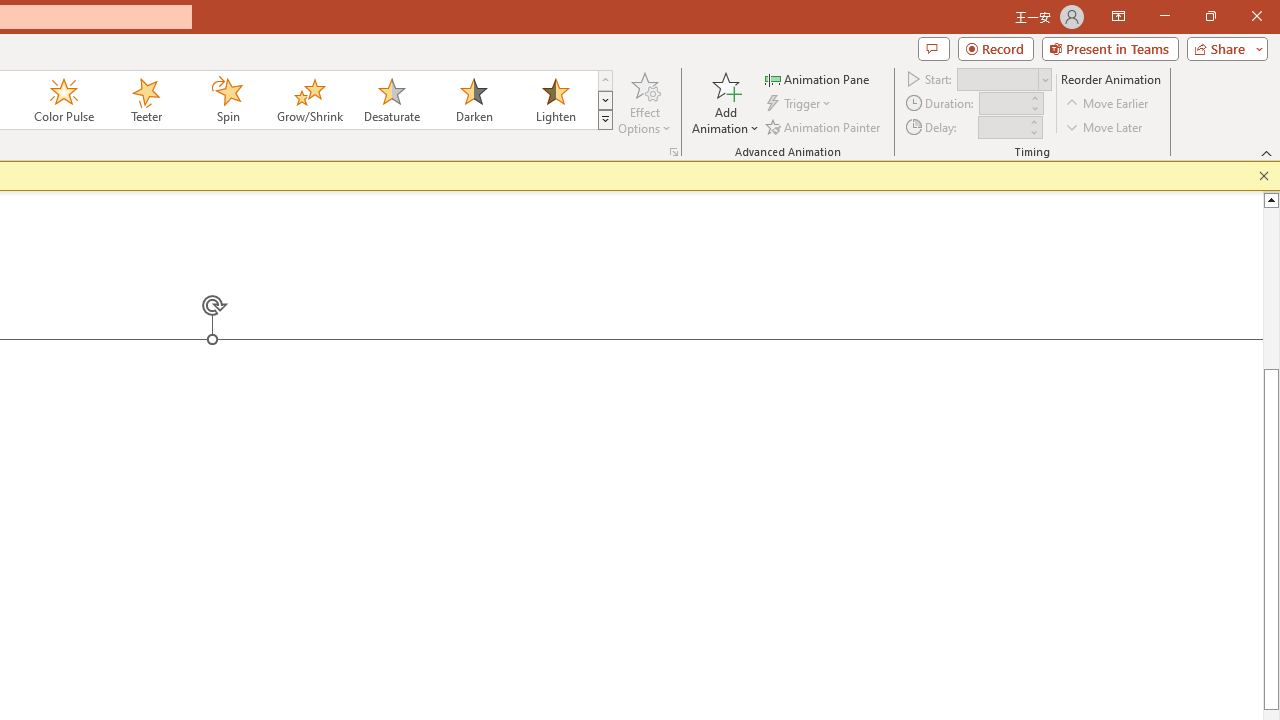  Describe the element at coordinates (308, 100) in the screenshot. I see `'Grow/Shrink'` at that location.